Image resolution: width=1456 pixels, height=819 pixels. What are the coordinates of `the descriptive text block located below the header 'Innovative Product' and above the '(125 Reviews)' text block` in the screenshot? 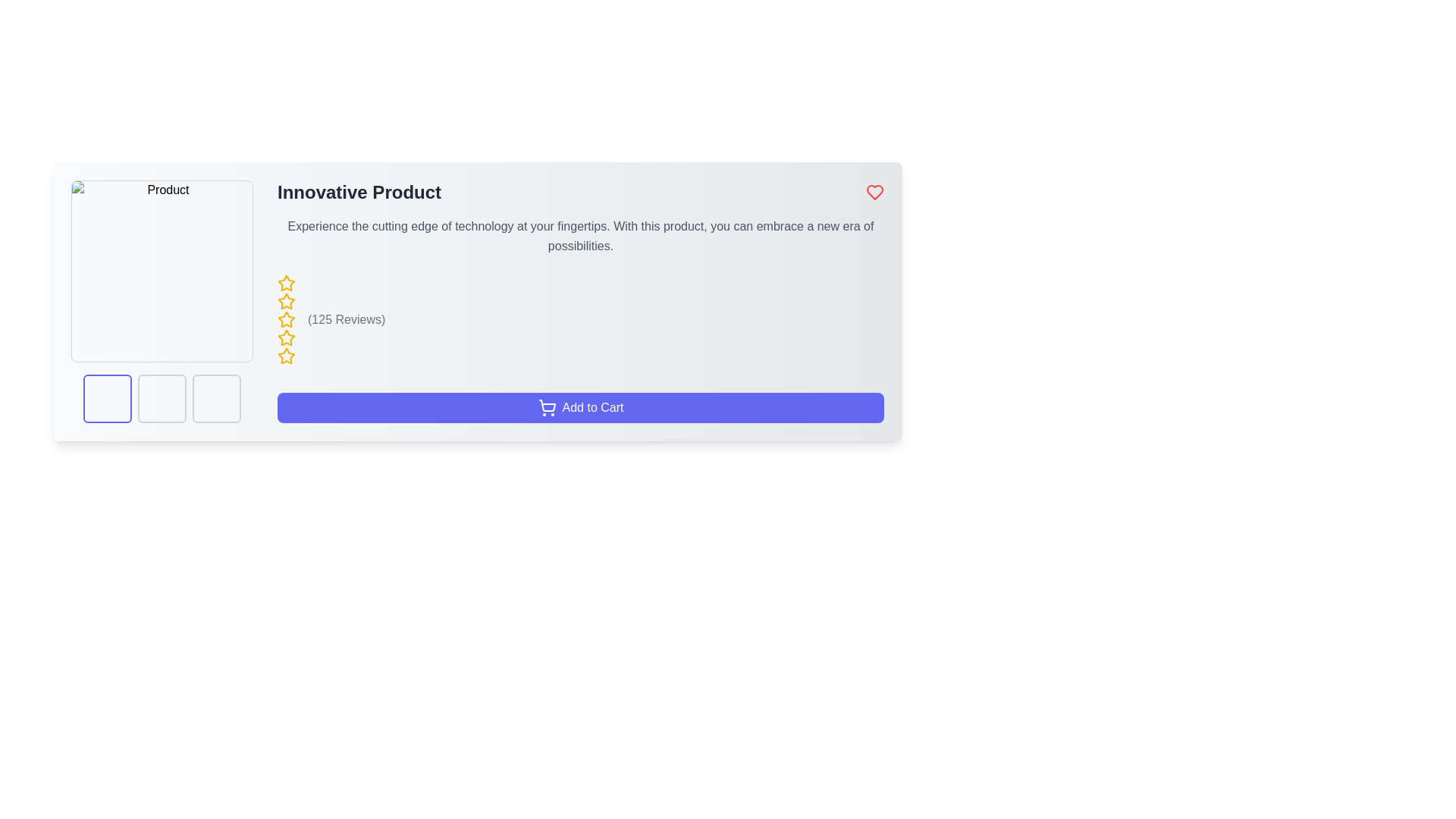 It's located at (580, 237).